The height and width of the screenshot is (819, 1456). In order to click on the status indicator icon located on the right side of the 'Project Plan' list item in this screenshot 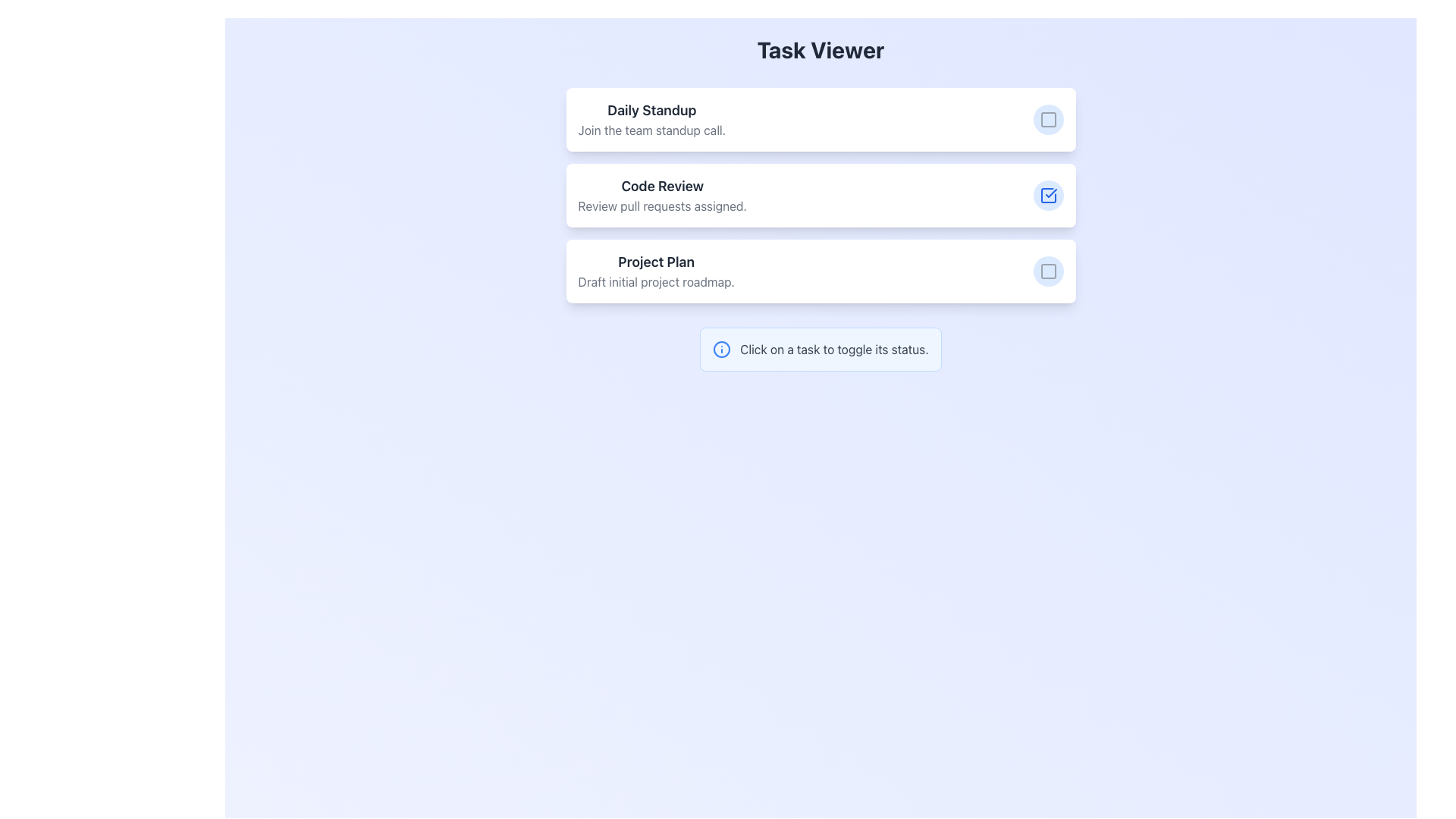, I will do `click(1047, 271)`.